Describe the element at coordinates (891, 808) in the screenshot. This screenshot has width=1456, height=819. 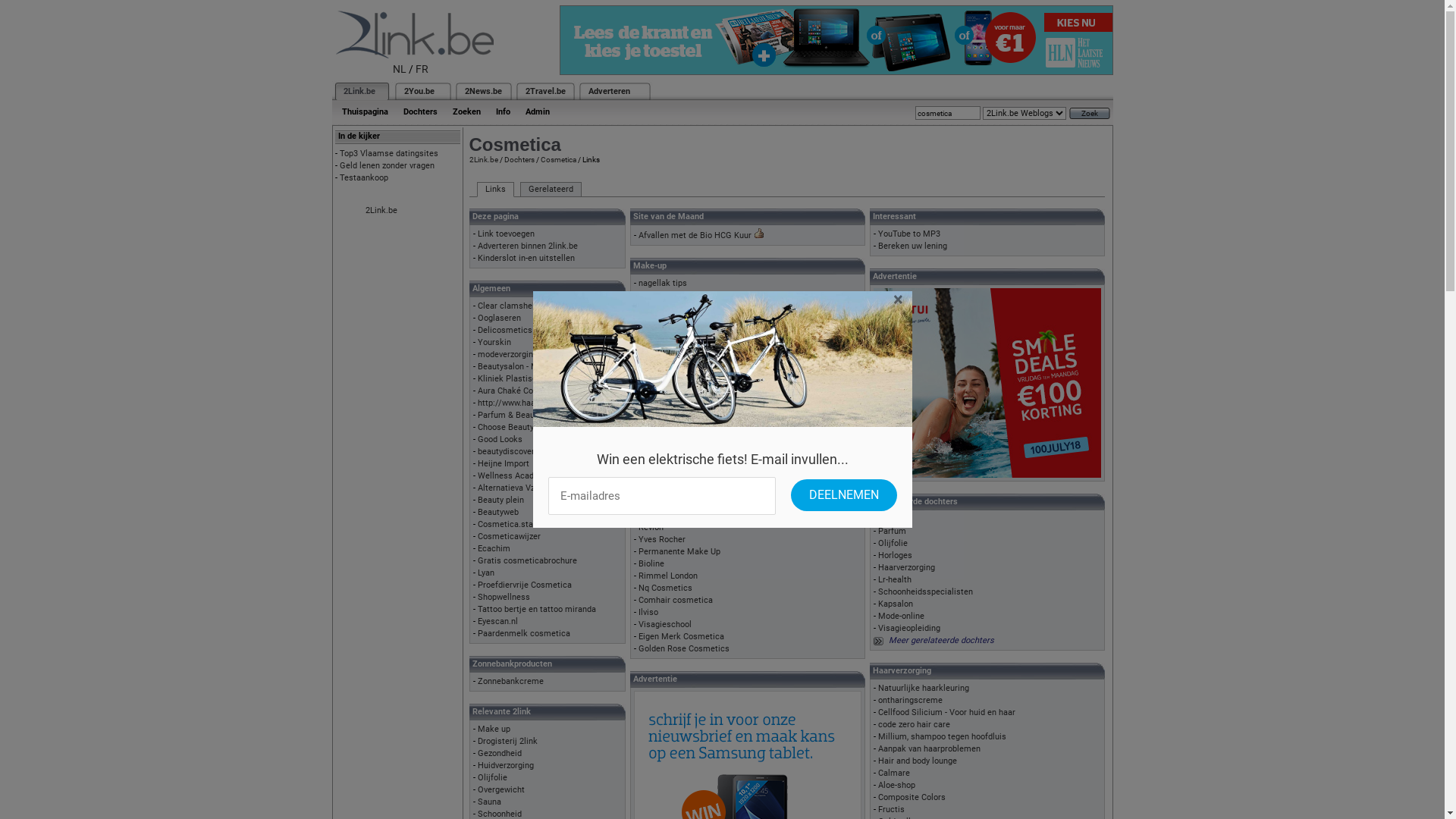
I see `'Fructis'` at that location.